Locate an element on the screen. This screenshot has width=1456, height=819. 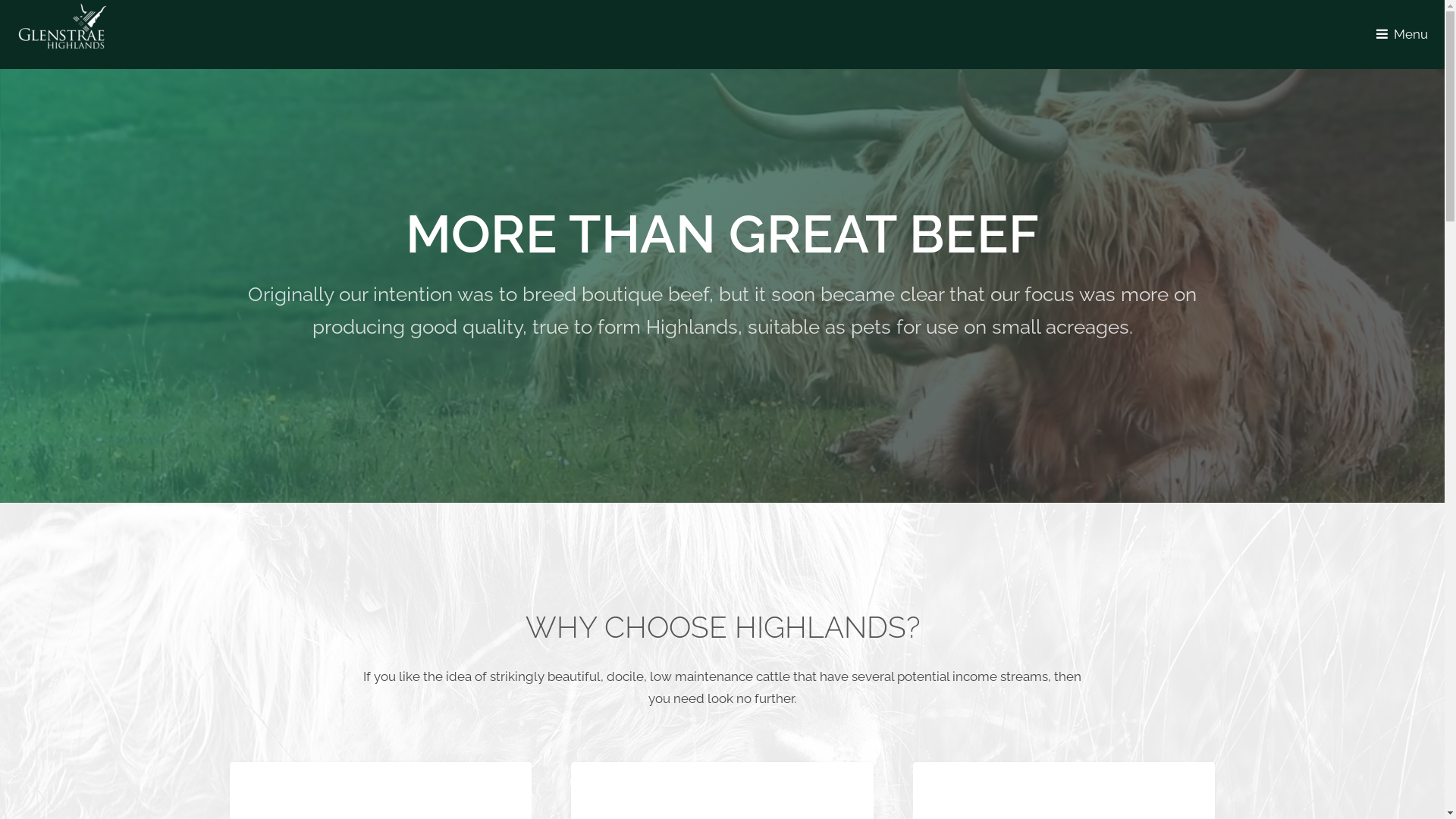
'Menu' is located at coordinates (1404, 34).